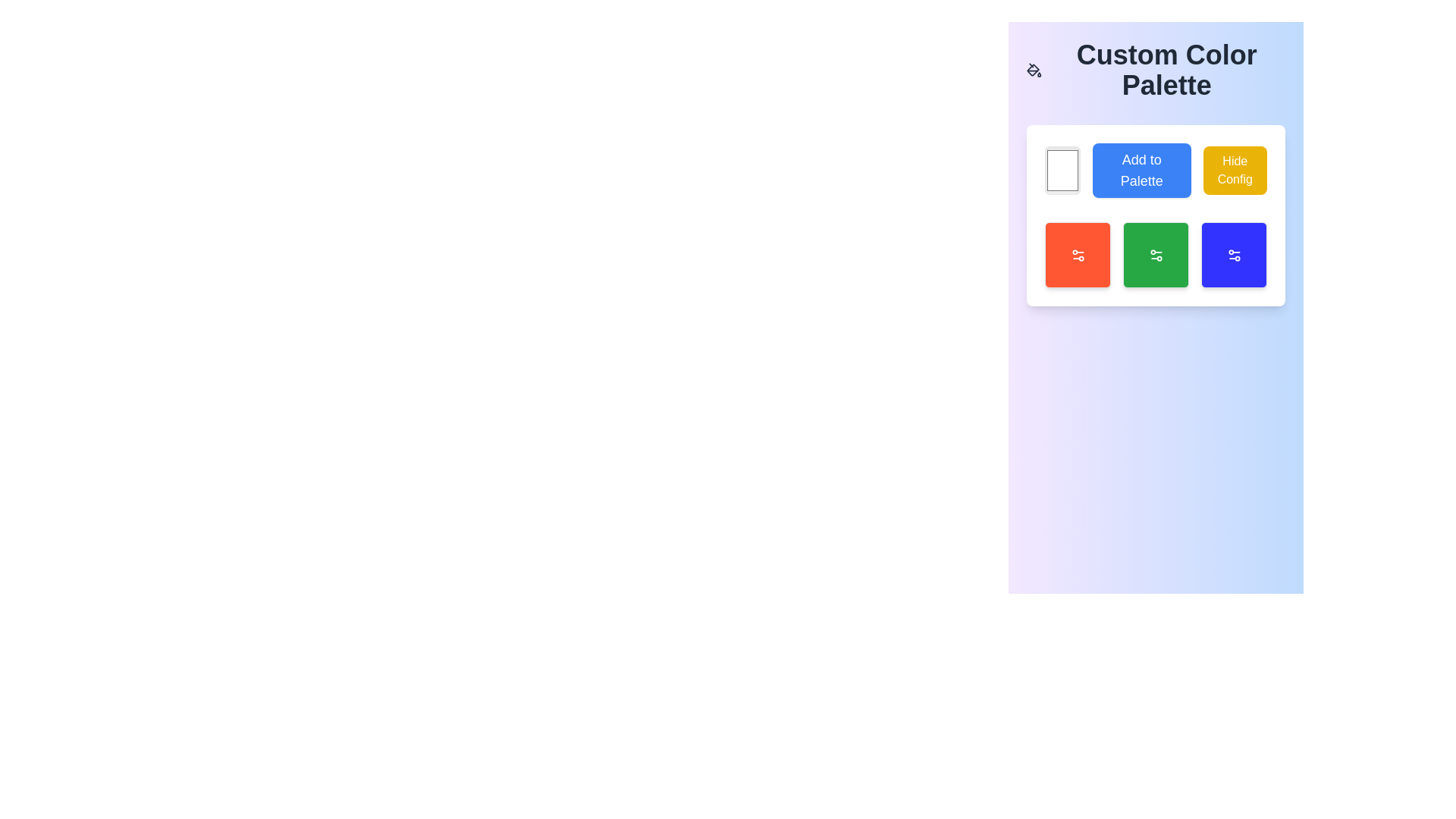 Image resolution: width=1456 pixels, height=819 pixels. What do you see at coordinates (1032, 70) in the screenshot?
I see `the Decorative Icon, which is a stylized graphical element with sharp geometric lines located near the top-left corner of the interface, next to the 'Custom Color Palette' label` at bounding box center [1032, 70].